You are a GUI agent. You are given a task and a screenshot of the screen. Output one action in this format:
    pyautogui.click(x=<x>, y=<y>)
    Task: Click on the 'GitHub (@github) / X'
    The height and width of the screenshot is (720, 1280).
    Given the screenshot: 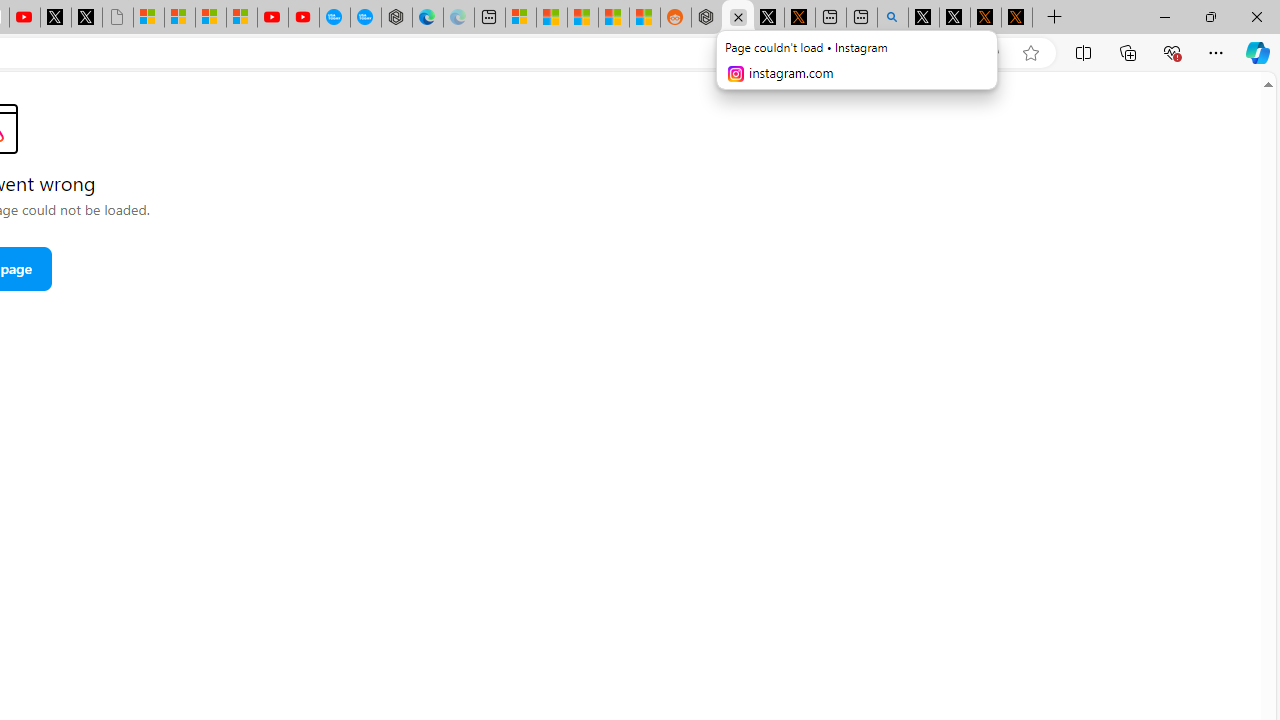 What is the action you would take?
    pyautogui.click(x=953, y=17)
    